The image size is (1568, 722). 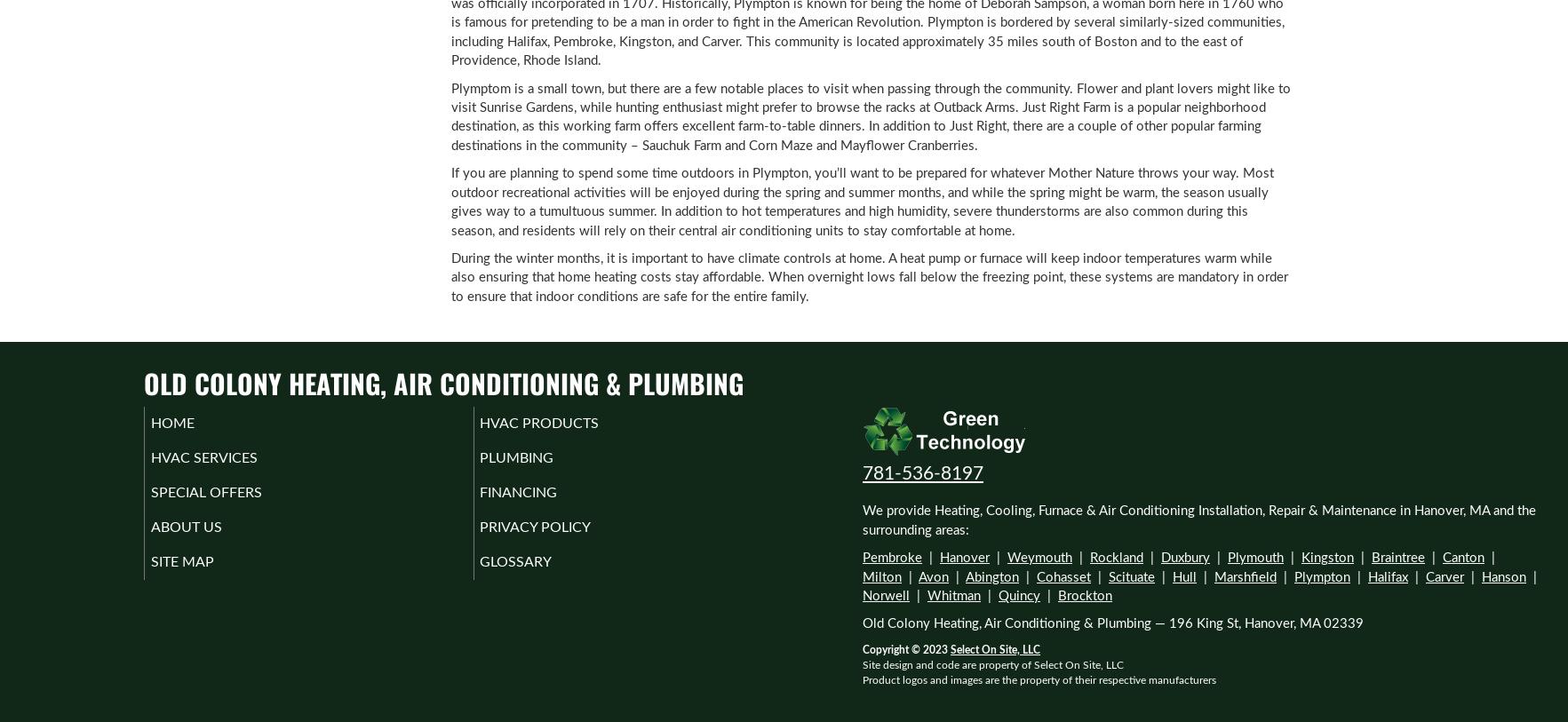 I want to click on 'Scituate', so click(x=1109, y=576).